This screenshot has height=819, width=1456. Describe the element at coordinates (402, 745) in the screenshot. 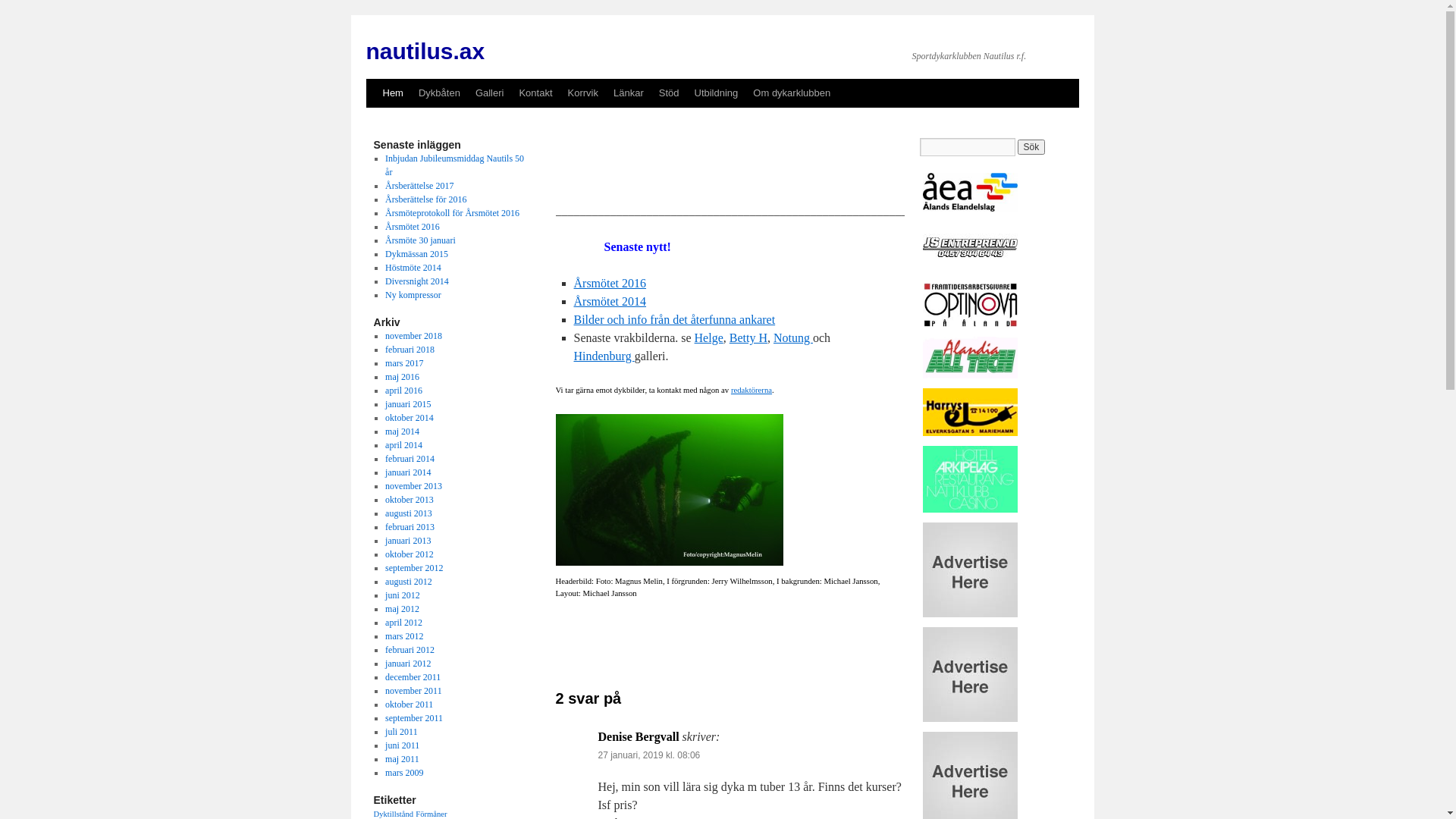

I see `'juni 2011'` at that location.